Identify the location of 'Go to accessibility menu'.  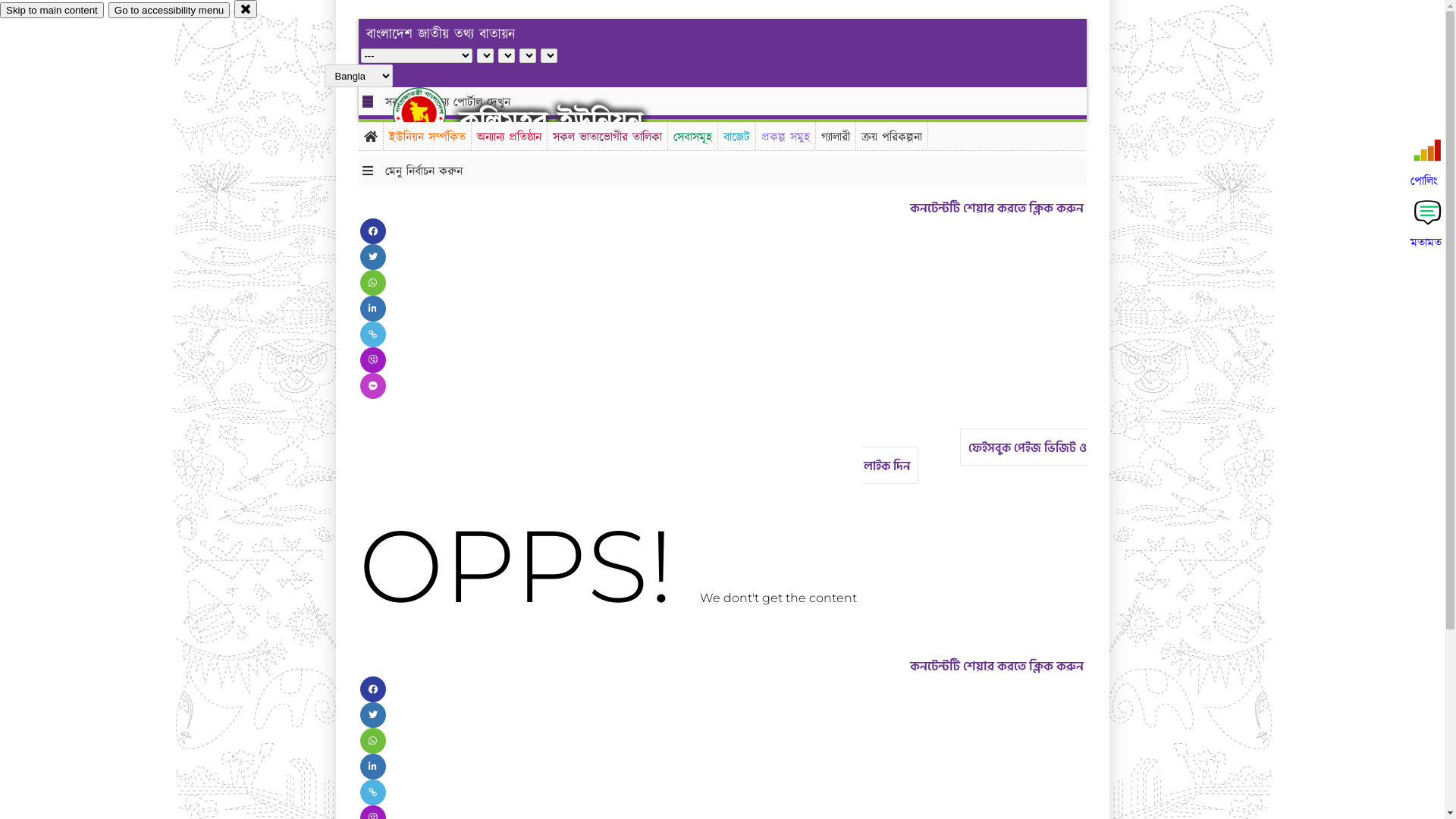
(168, 10).